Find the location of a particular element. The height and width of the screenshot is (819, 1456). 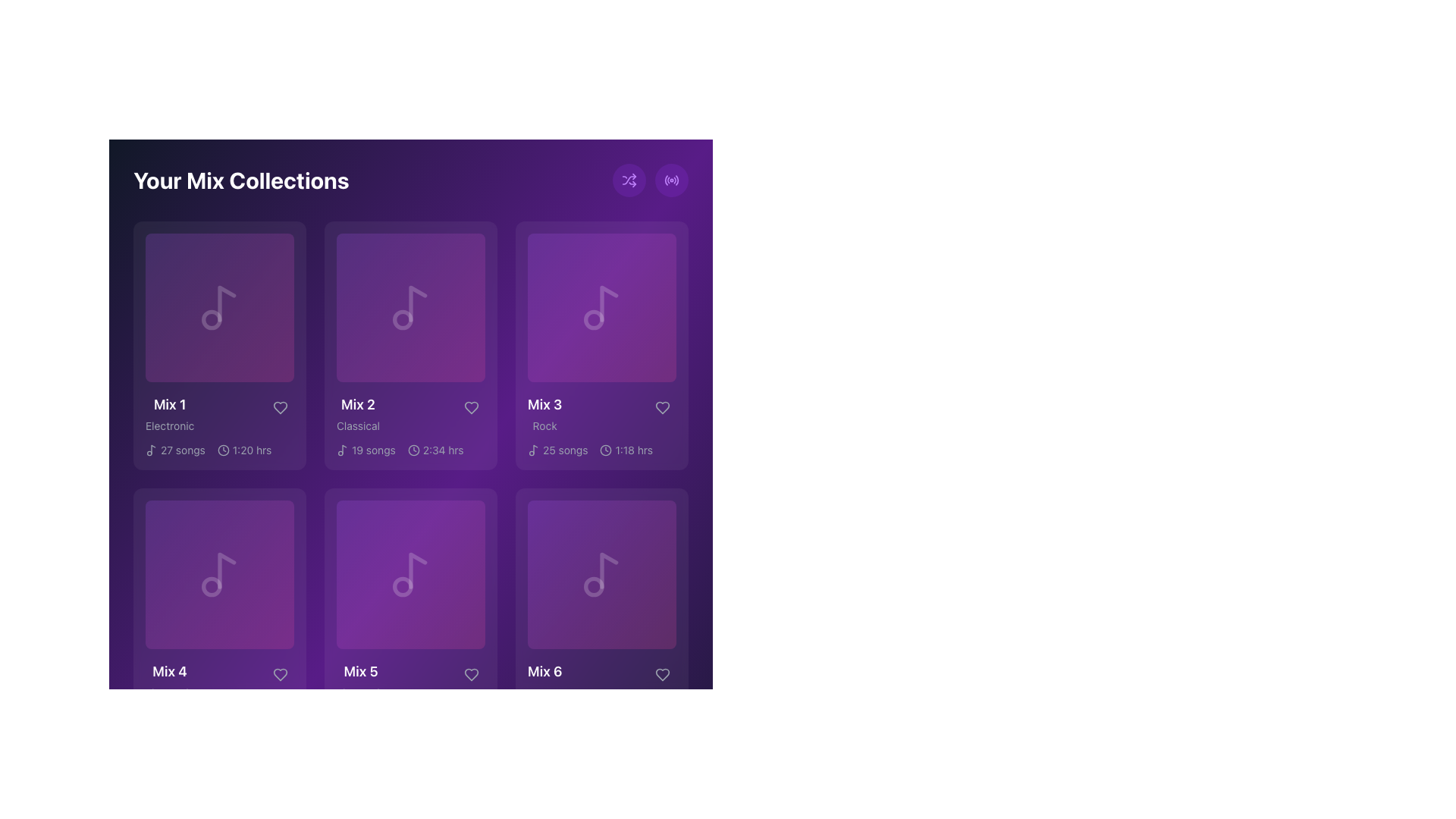

the button located at the center of the 'Mix 6' card is located at coordinates (601, 575).